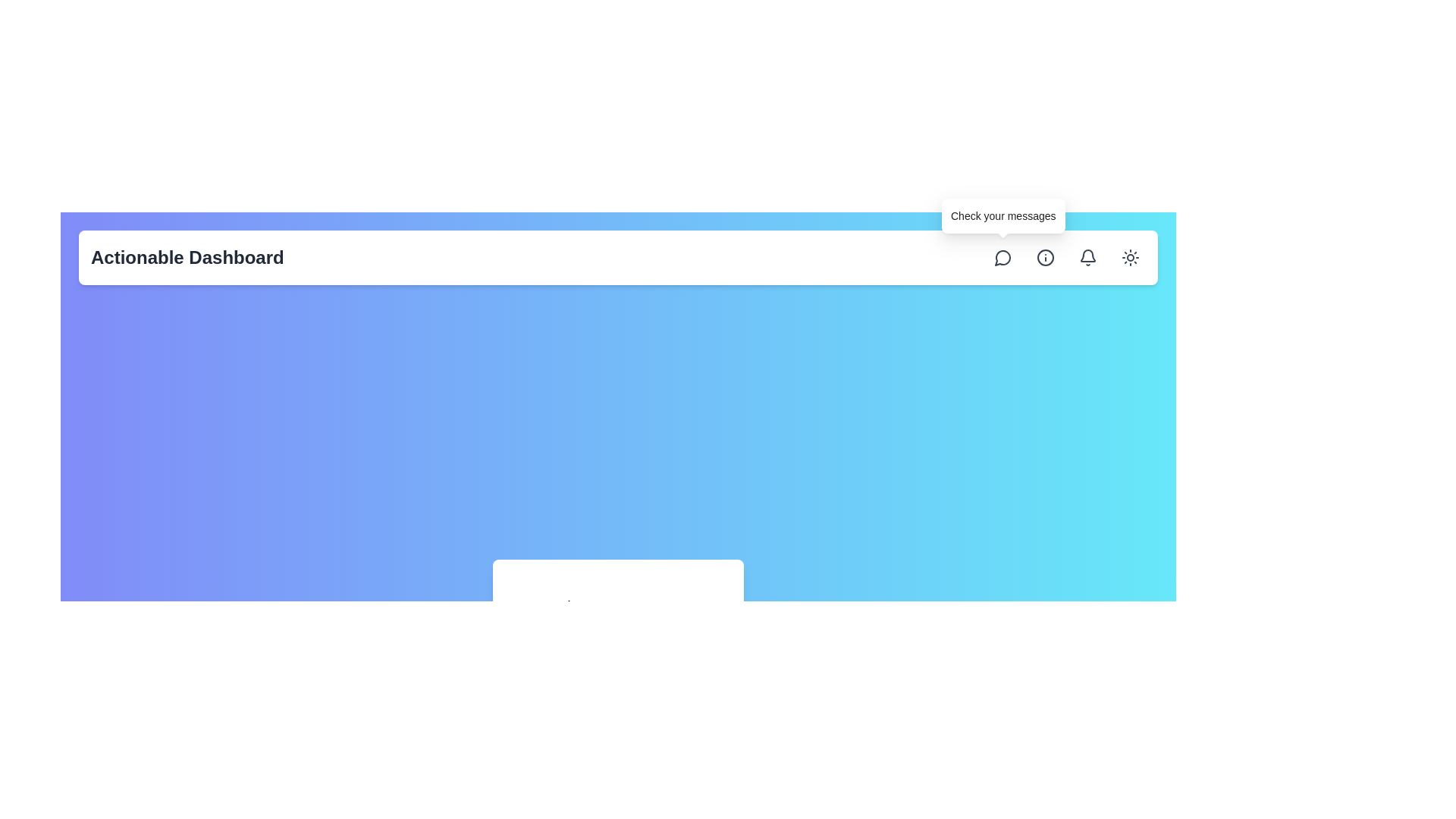 Image resolution: width=1456 pixels, height=819 pixels. I want to click on the circular button with a sun icon located at the top-right corner of the interface, so click(1131, 256).